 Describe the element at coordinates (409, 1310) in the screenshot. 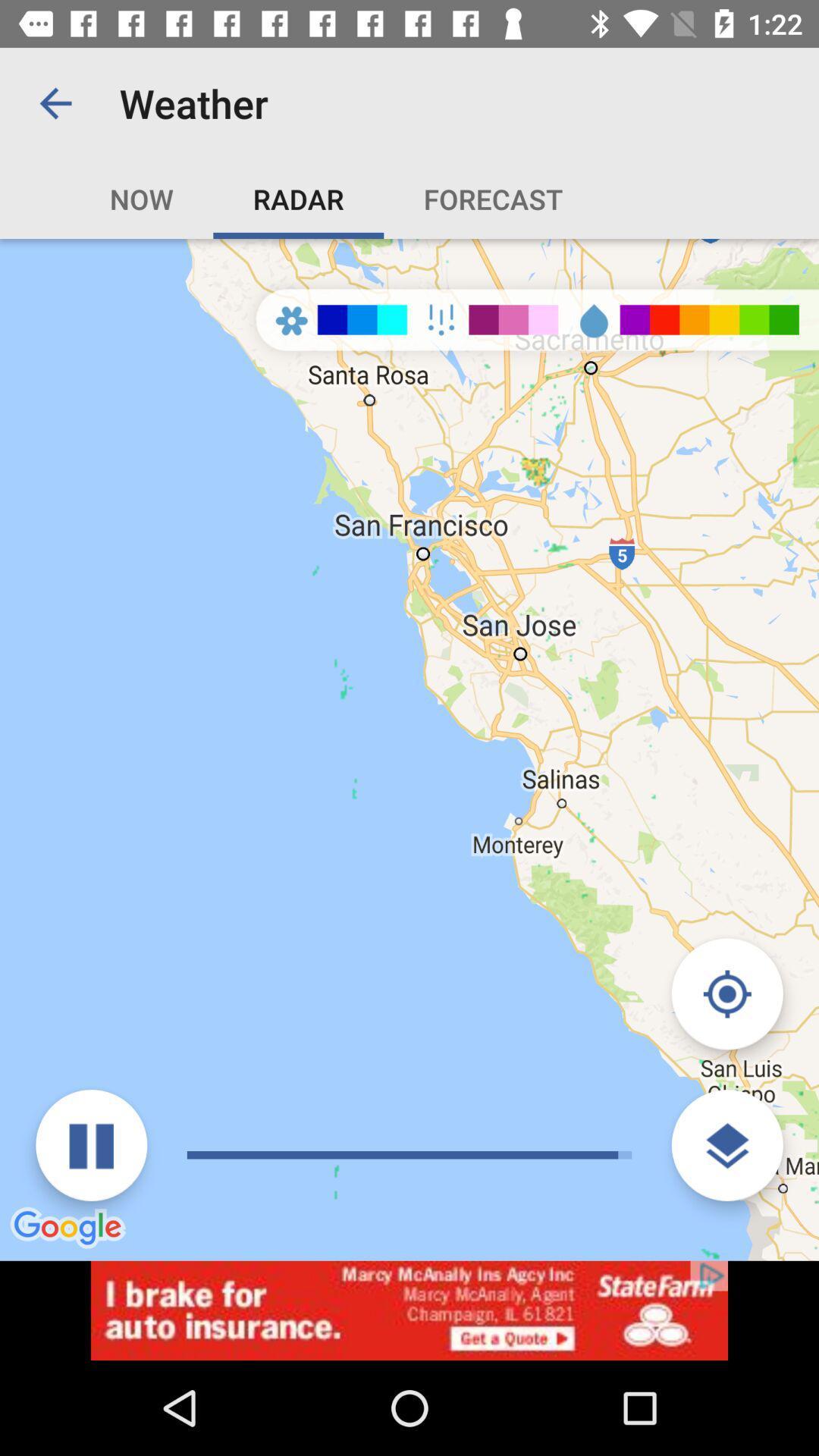

I see `visit the advertisement site` at that location.